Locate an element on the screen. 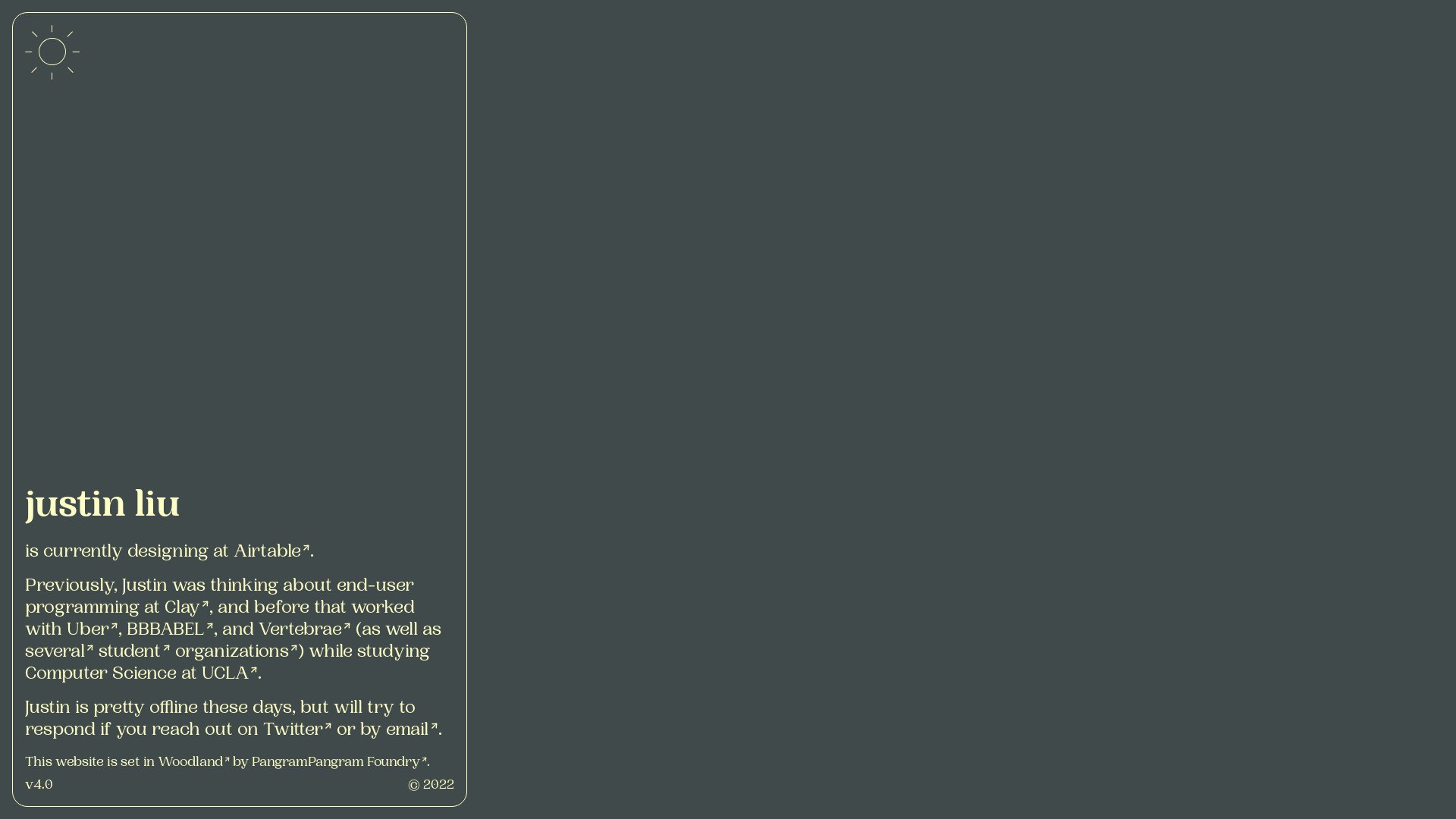 Image resolution: width=1456 pixels, height=819 pixels. 'BBBABEL' is located at coordinates (170, 631).